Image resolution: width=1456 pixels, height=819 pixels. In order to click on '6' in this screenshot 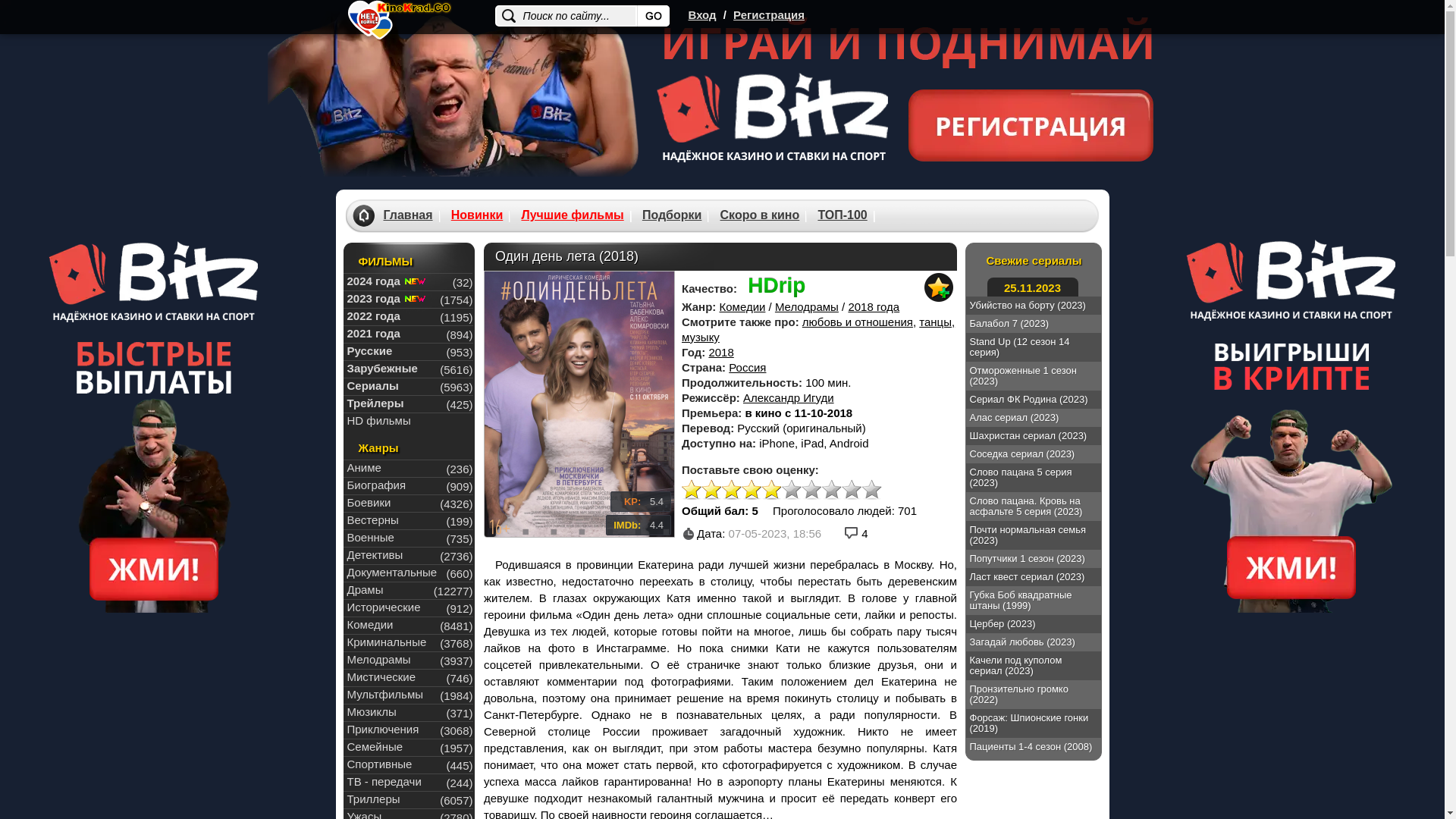, I will do `click(790, 489)`.